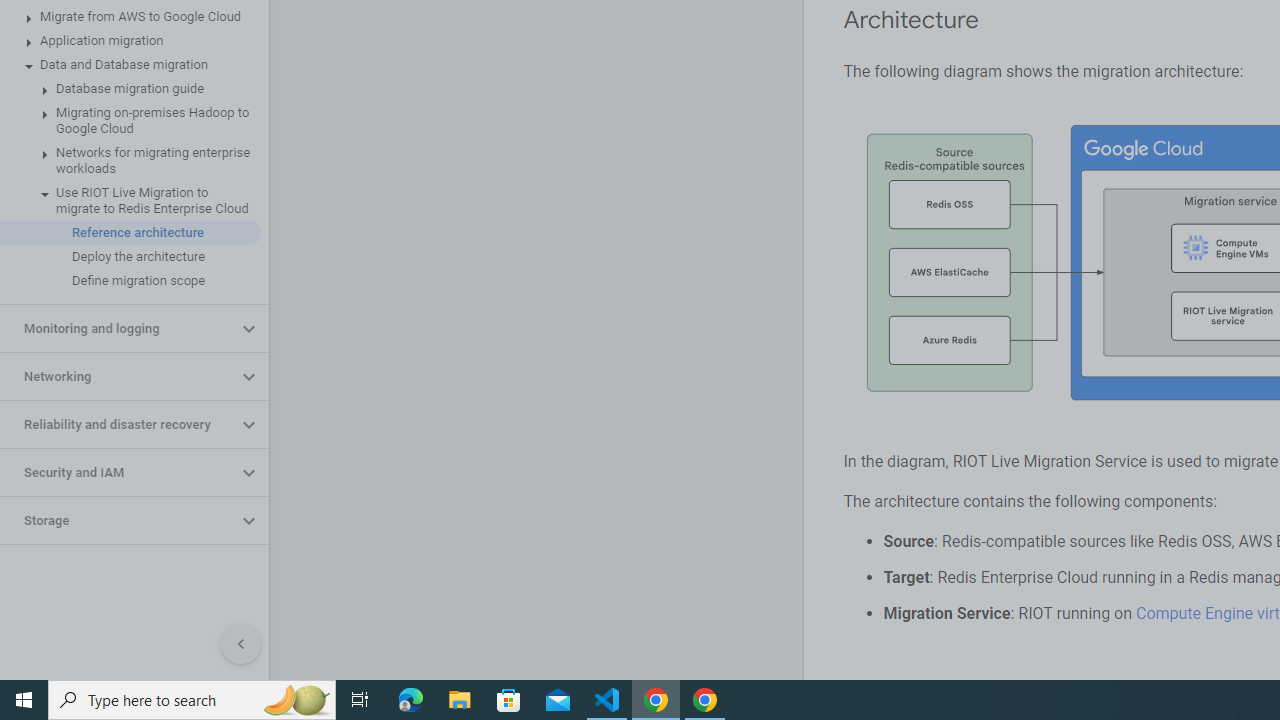 The height and width of the screenshot is (720, 1280). I want to click on 'Networks for migrating enterprise workloads', so click(129, 159).